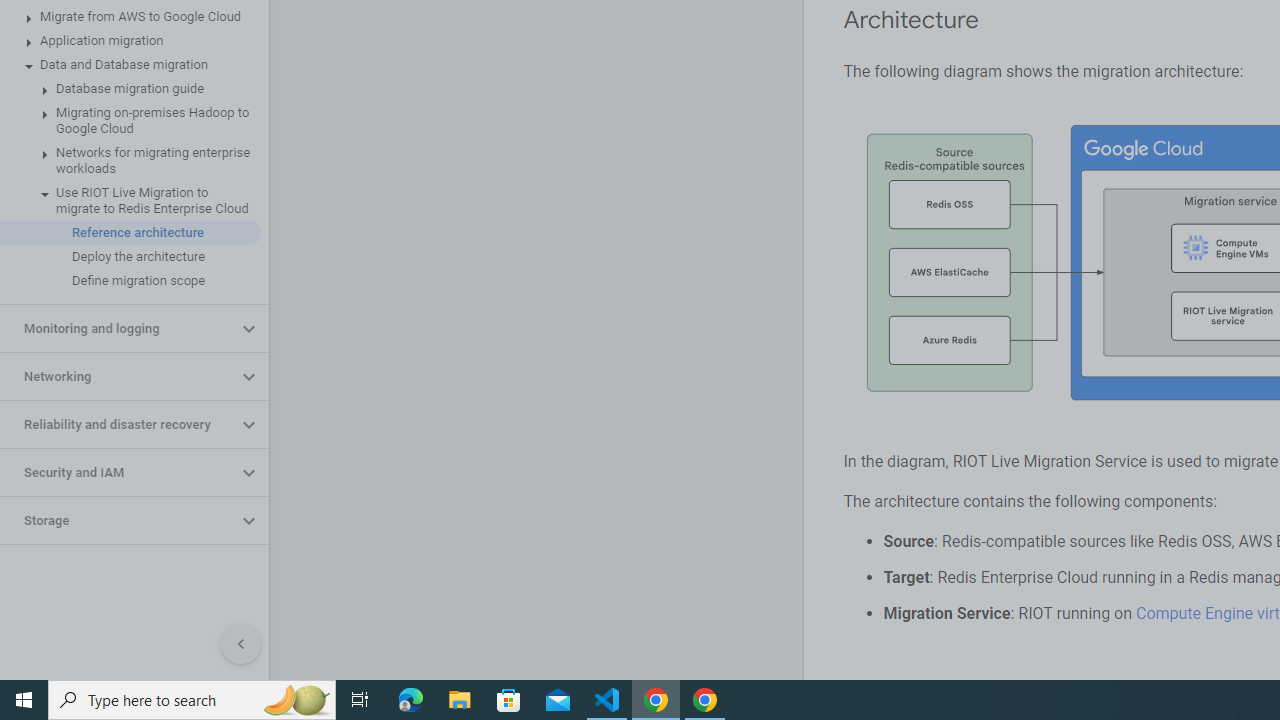 The height and width of the screenshot is (720, 1280). I want to click on 'Networks for migrating enterprise workloads', so click(129, 159).